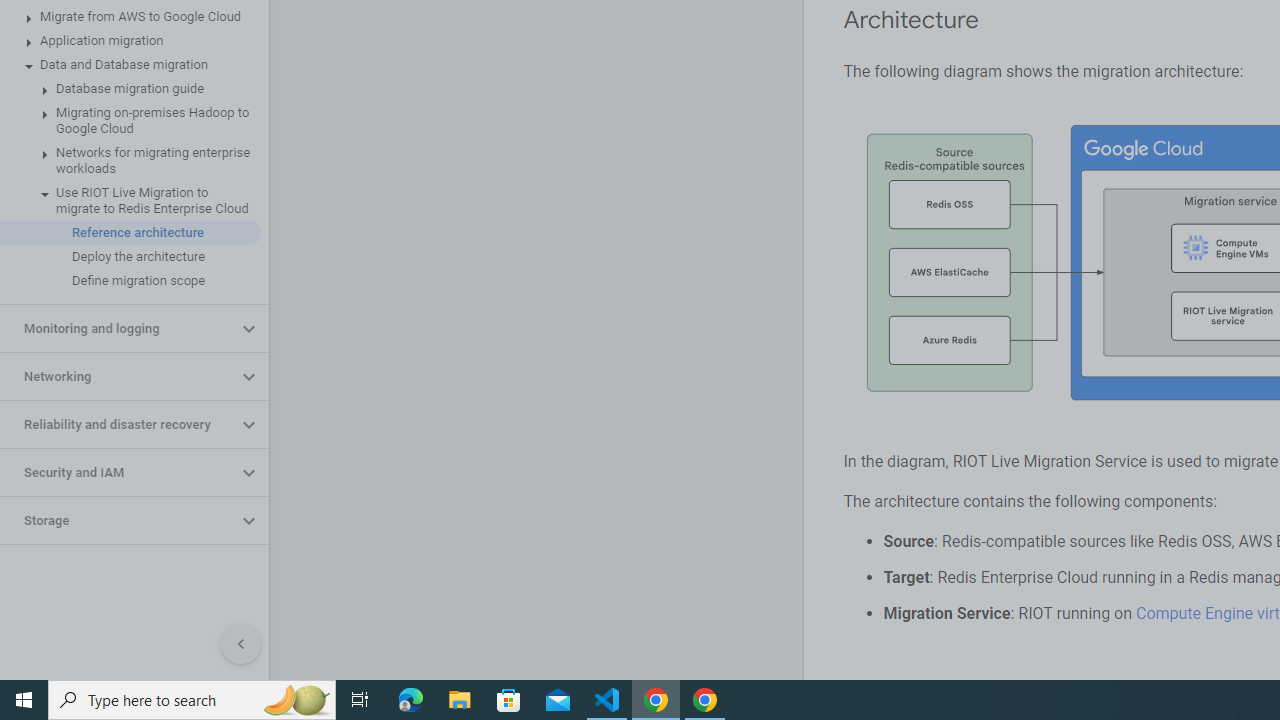 The height and width of the screenshot is (720, 1280). I want to click on 'Networks for migrating enterprise workloads', so click(129, 159).